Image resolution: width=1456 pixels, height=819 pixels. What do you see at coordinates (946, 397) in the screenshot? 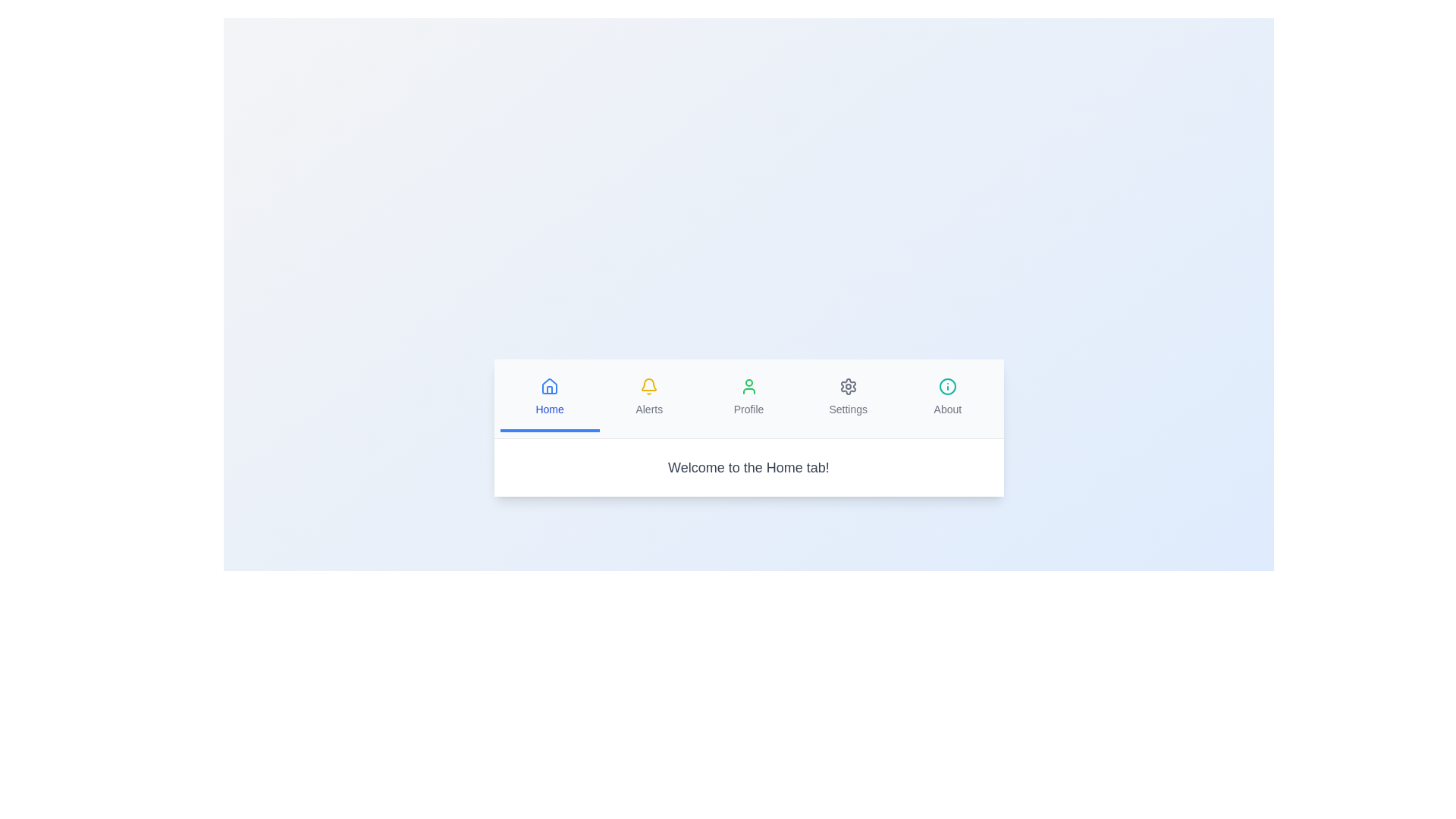
I see `the tab labeled About to switch to its content` at bounding box center [946, 397].